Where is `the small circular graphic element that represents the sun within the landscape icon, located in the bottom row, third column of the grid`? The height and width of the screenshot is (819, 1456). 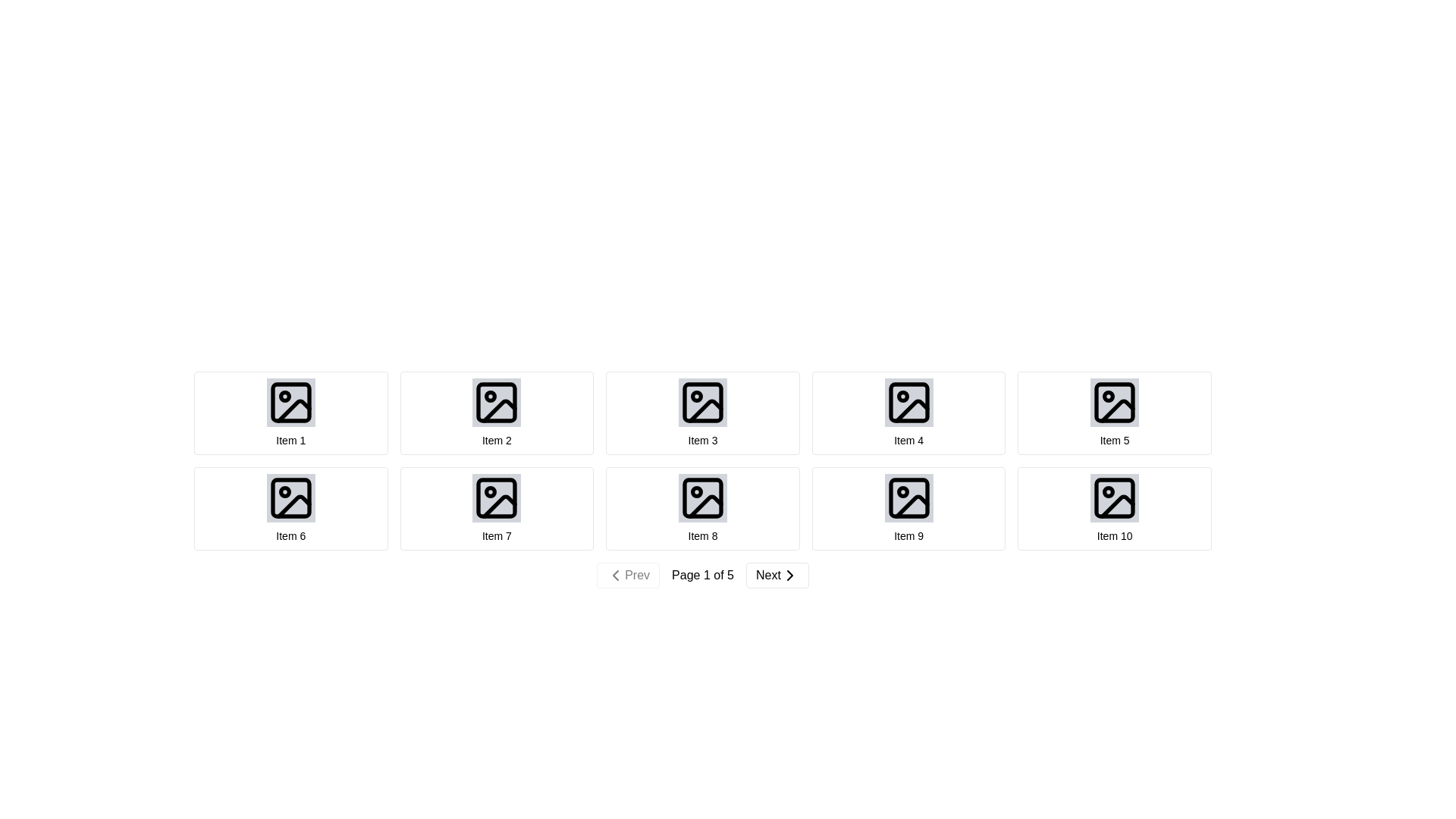
the small circular graphic element that represents the sun within the landscape icon, located in the bottom row, third column of the grid is located at coordinates (902, 491).